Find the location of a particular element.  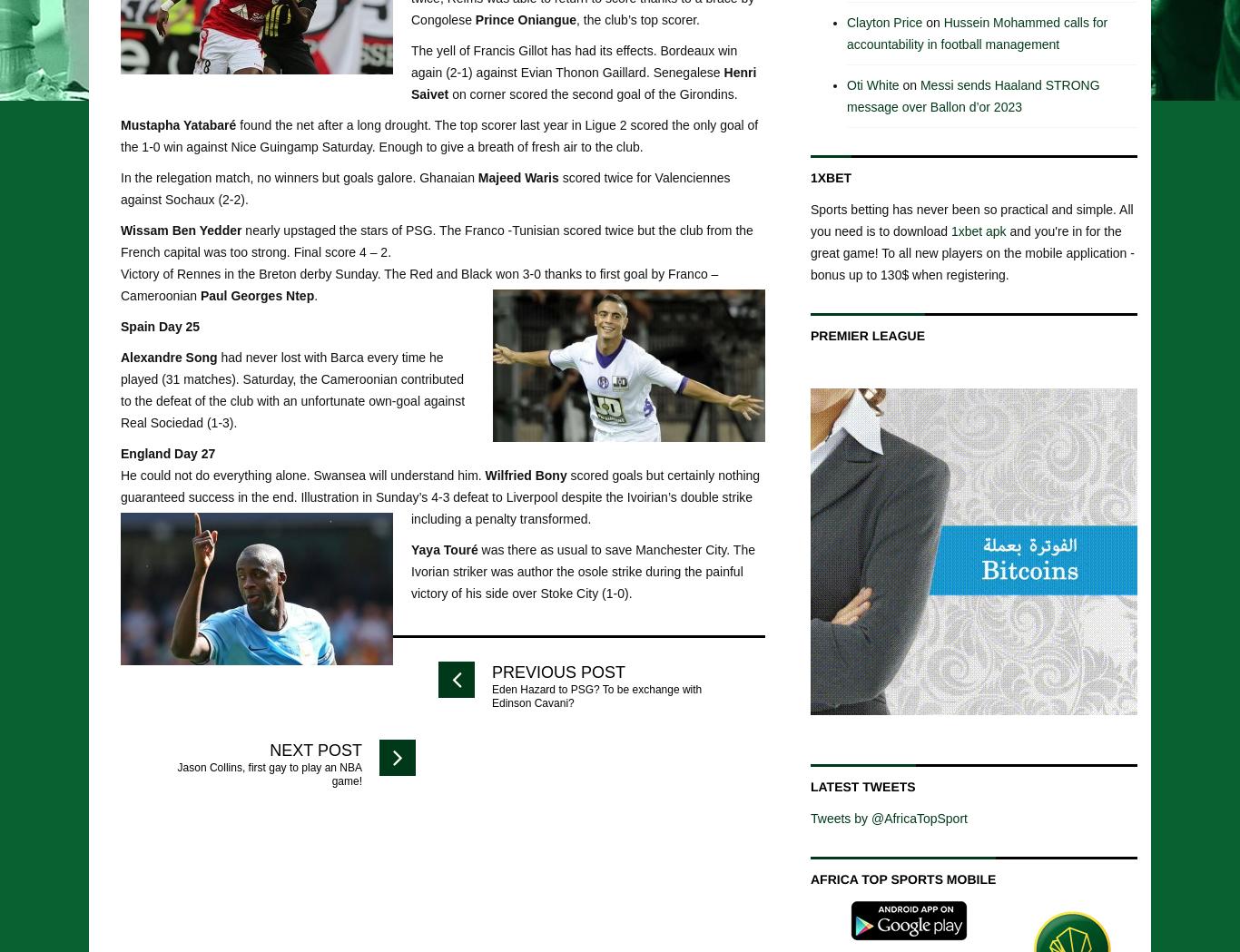

'on corner scored the second goal of the Girondins.' is located at coordinates (448, 93).